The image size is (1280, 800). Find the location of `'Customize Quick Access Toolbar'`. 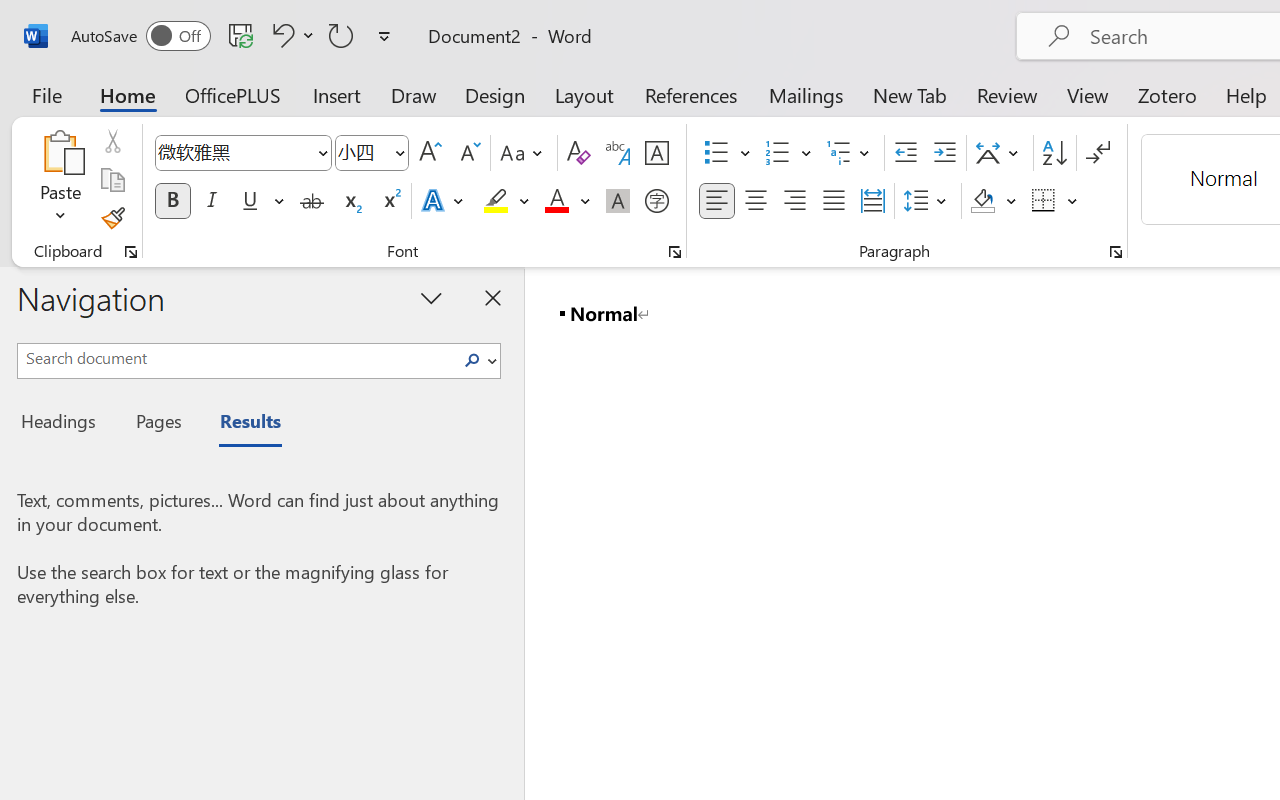

'Customize Quick Access Toolbar' is located at coordinates (384, 35).